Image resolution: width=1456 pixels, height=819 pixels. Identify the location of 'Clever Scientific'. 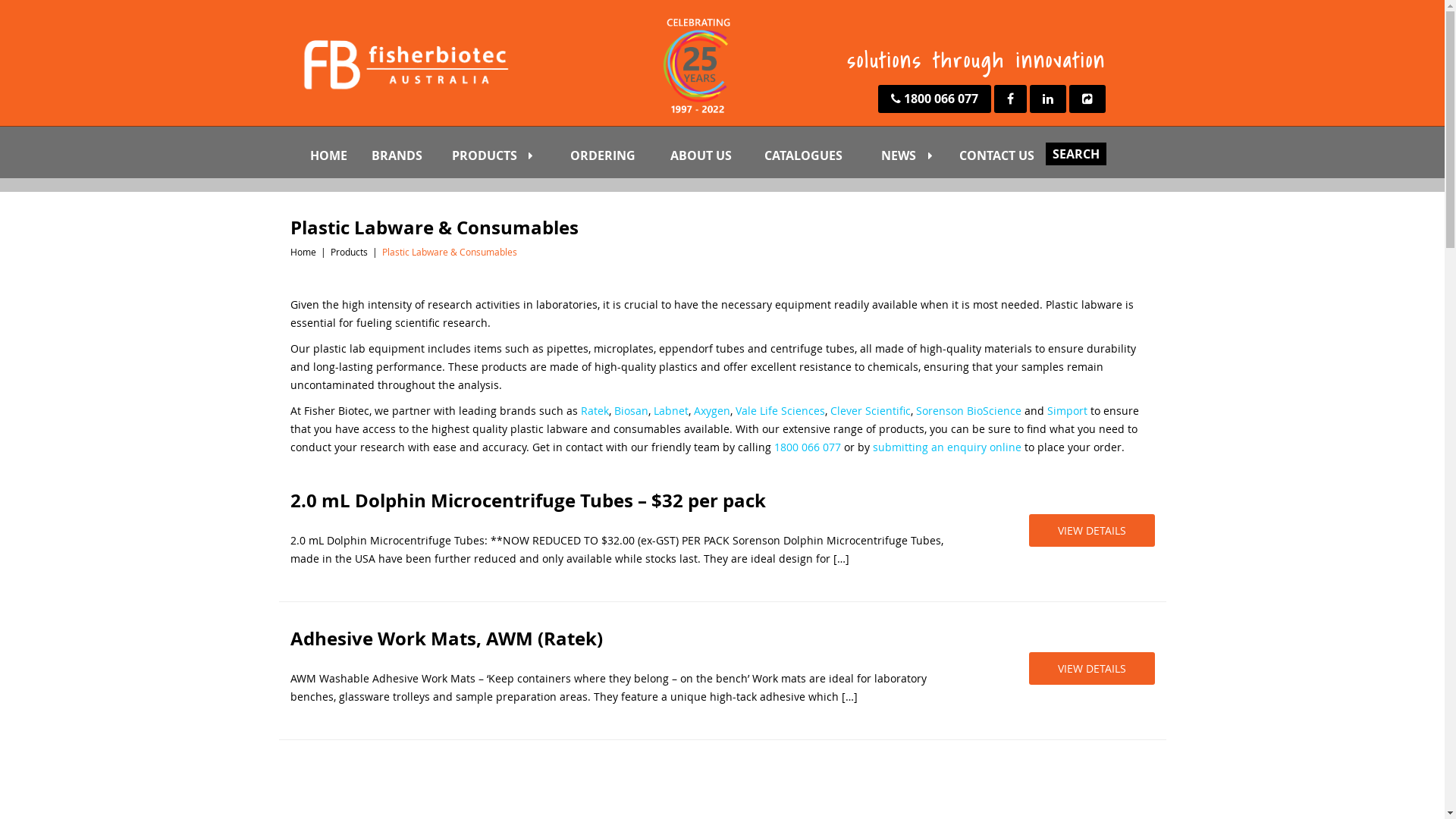
(870, 410).